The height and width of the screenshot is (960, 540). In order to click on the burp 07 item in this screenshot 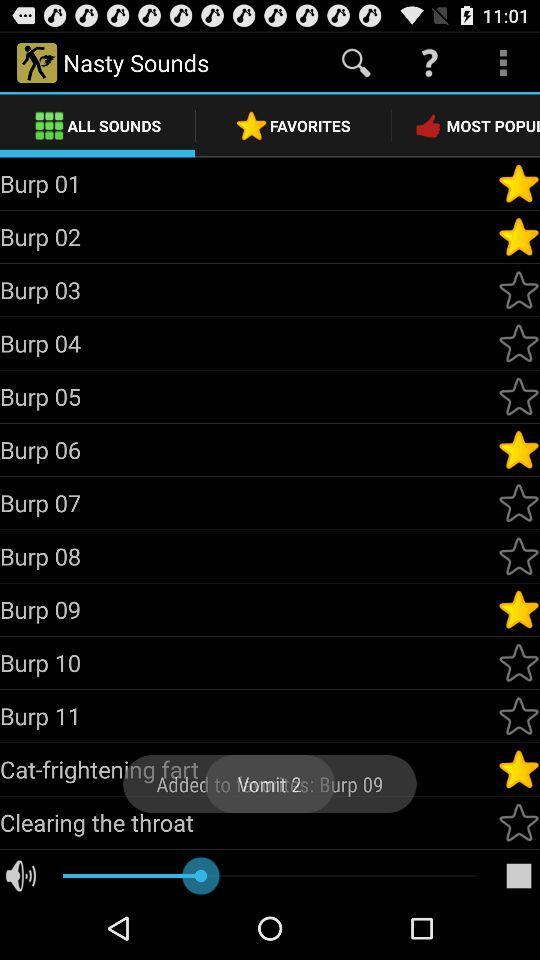, I will do `click(248, 502)`.